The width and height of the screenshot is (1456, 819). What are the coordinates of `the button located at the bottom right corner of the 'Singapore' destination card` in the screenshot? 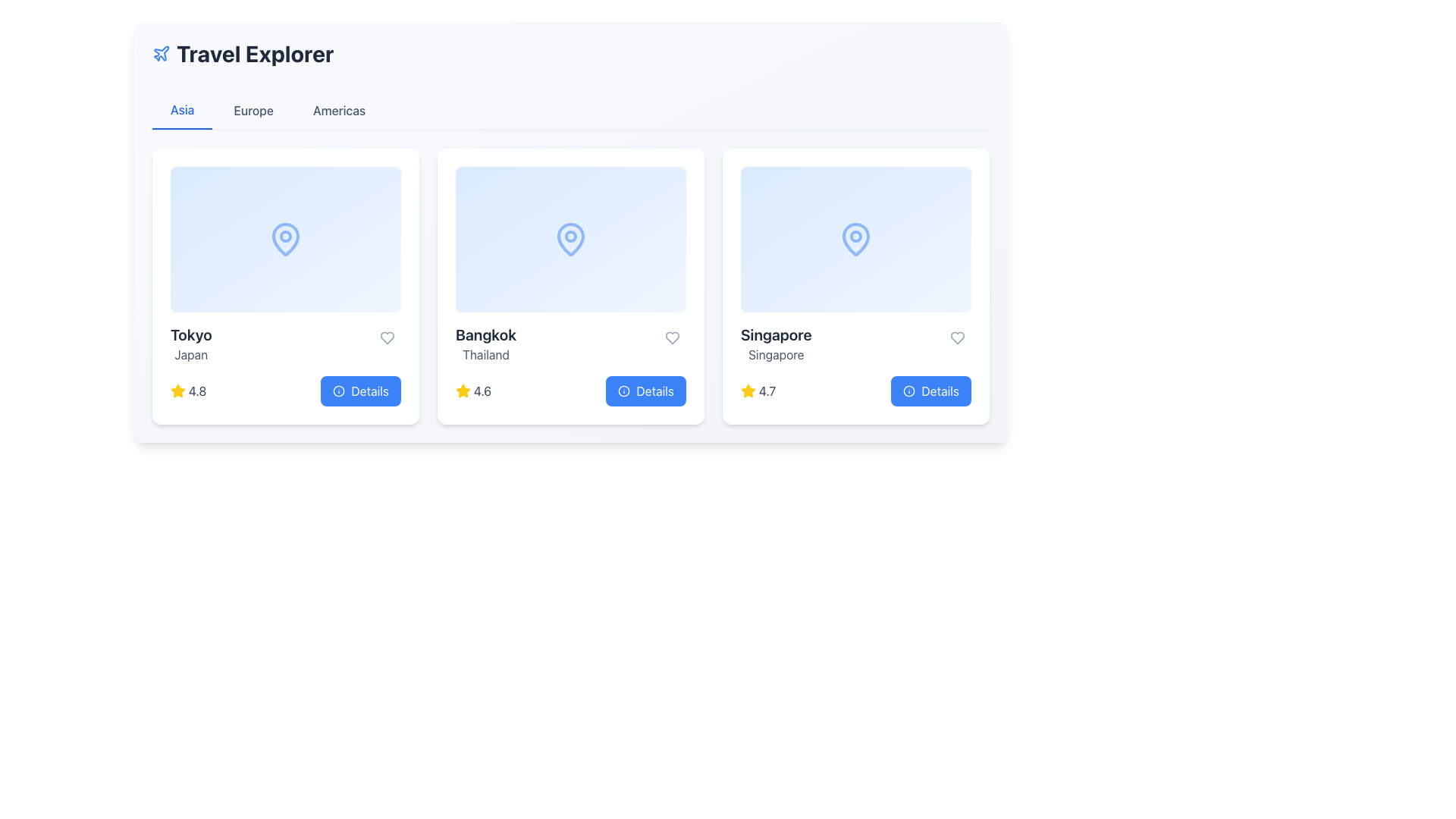 It's located at (930, 391).